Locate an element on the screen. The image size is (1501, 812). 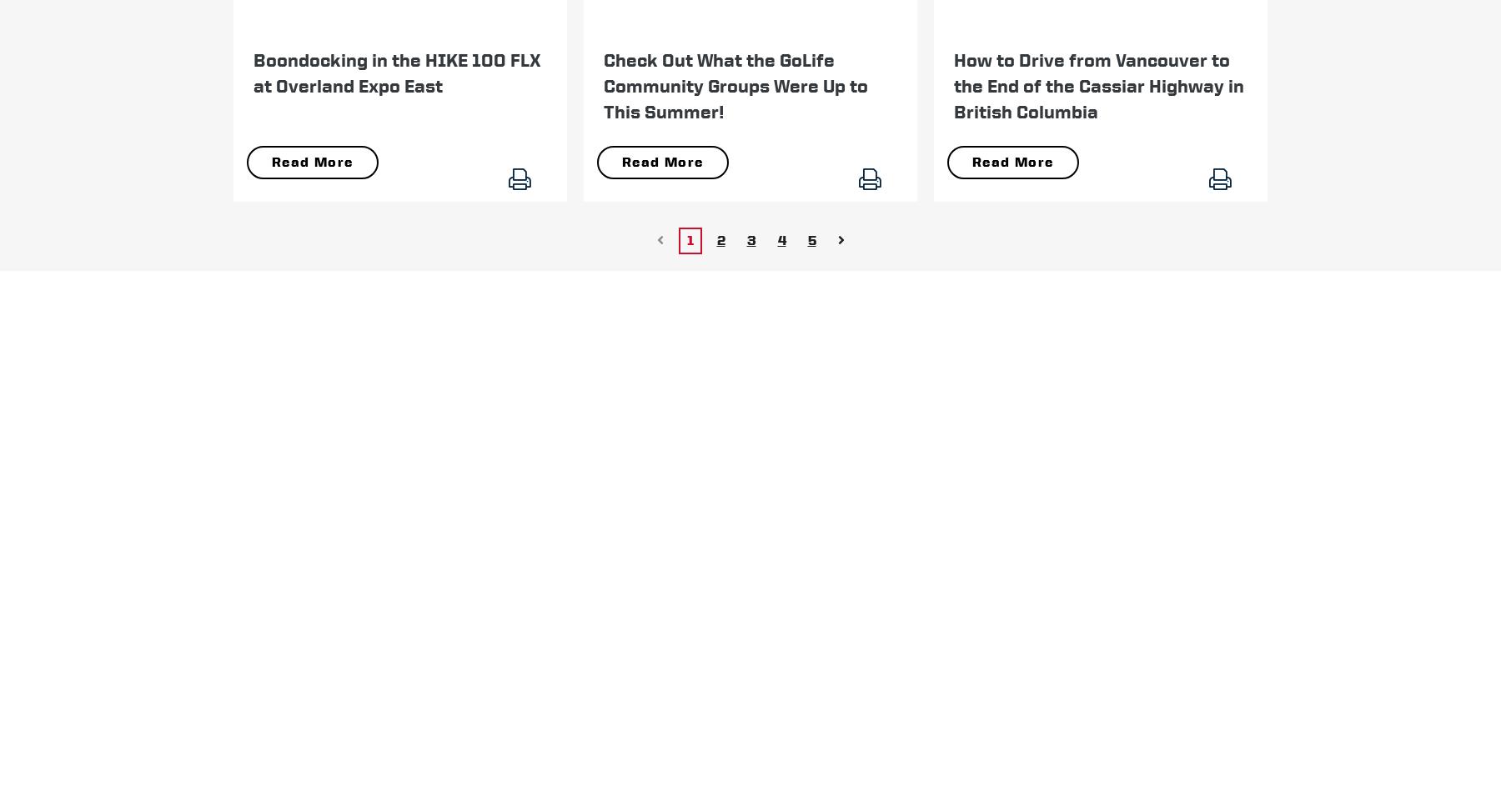
'Subscribe to the latest news on our motorhomes, the RV lifestyle, and more.' is located at coordinates (426, 440).